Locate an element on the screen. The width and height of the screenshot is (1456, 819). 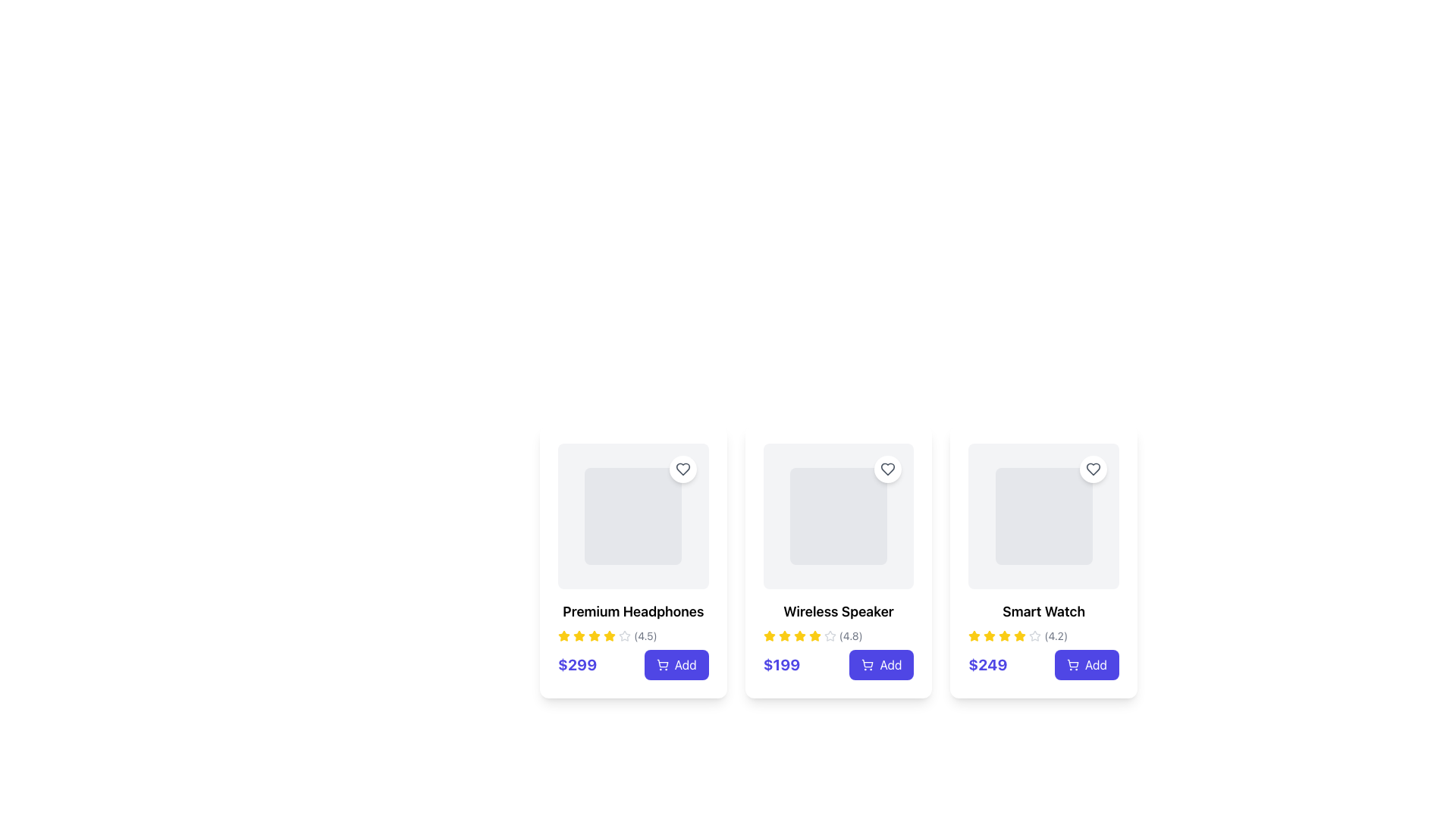
the interactive heart-shaped icon located at the top-right corner of the Smart Watch product card to mark the item as favorite is located at coordinates (1093, 468).